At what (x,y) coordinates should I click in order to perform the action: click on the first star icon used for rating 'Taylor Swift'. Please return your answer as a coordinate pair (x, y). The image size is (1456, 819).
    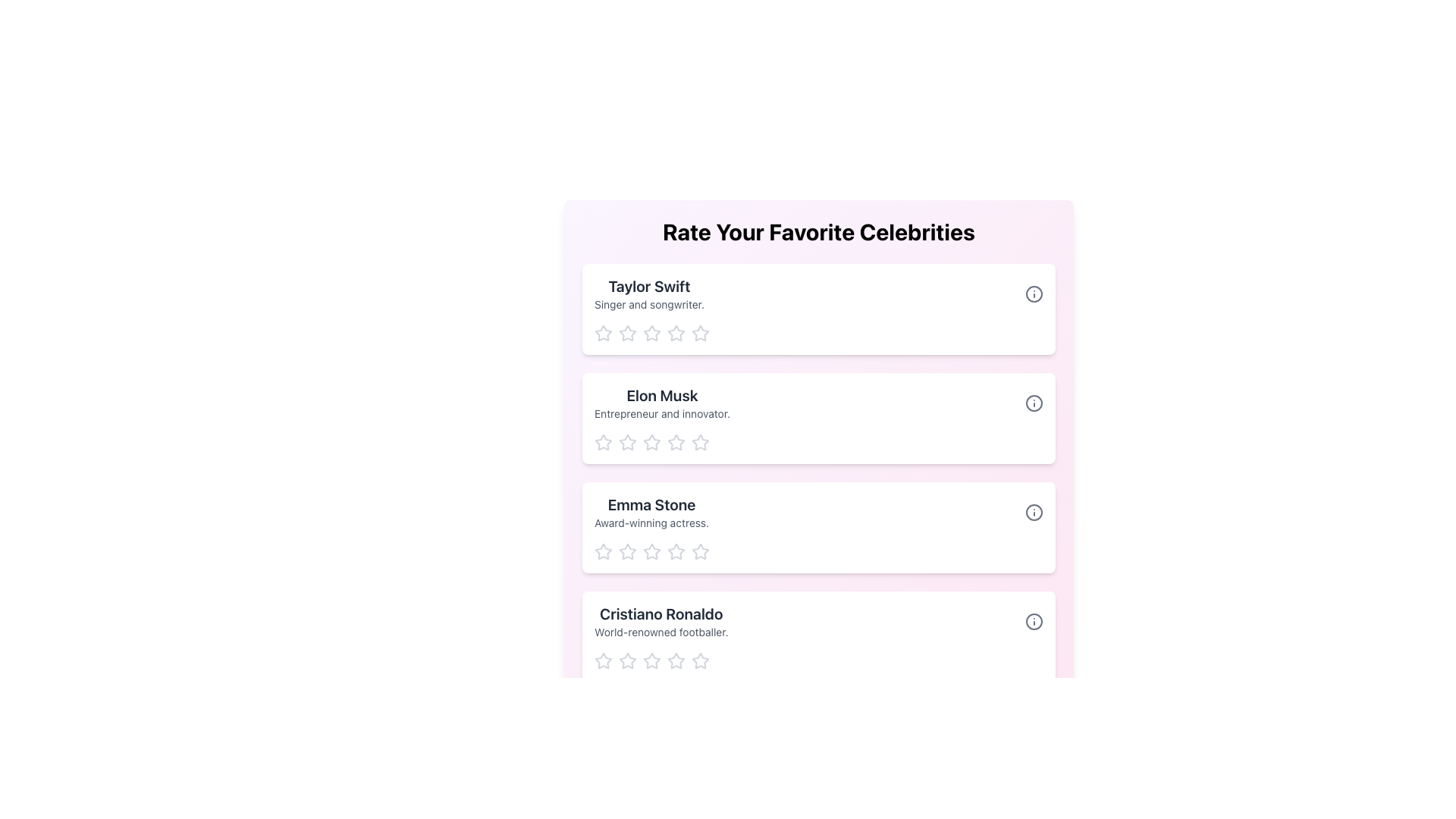
    Looking at the image, I should click on (603, 332).